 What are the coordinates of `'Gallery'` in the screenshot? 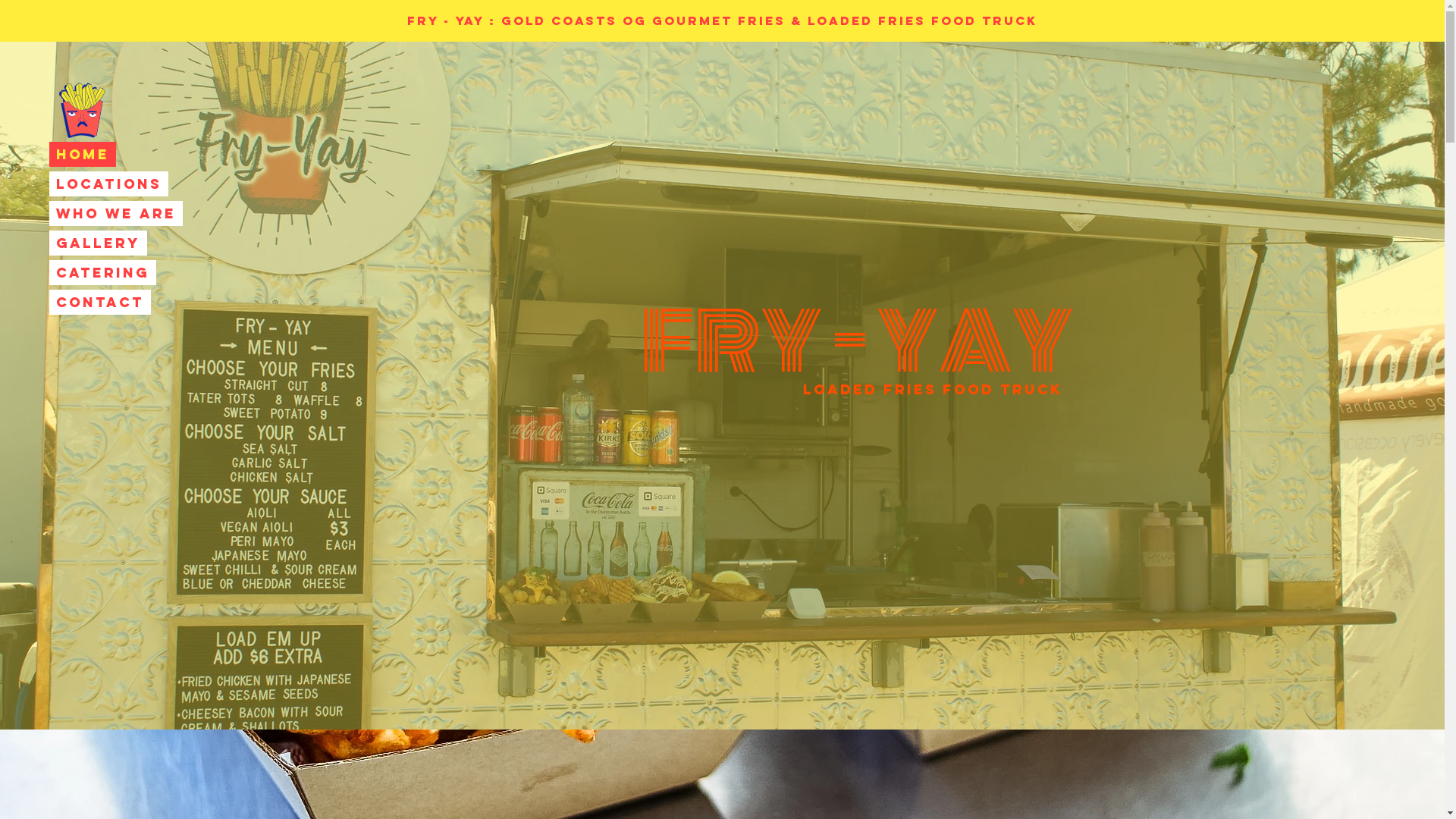 It's located at (97, 242).